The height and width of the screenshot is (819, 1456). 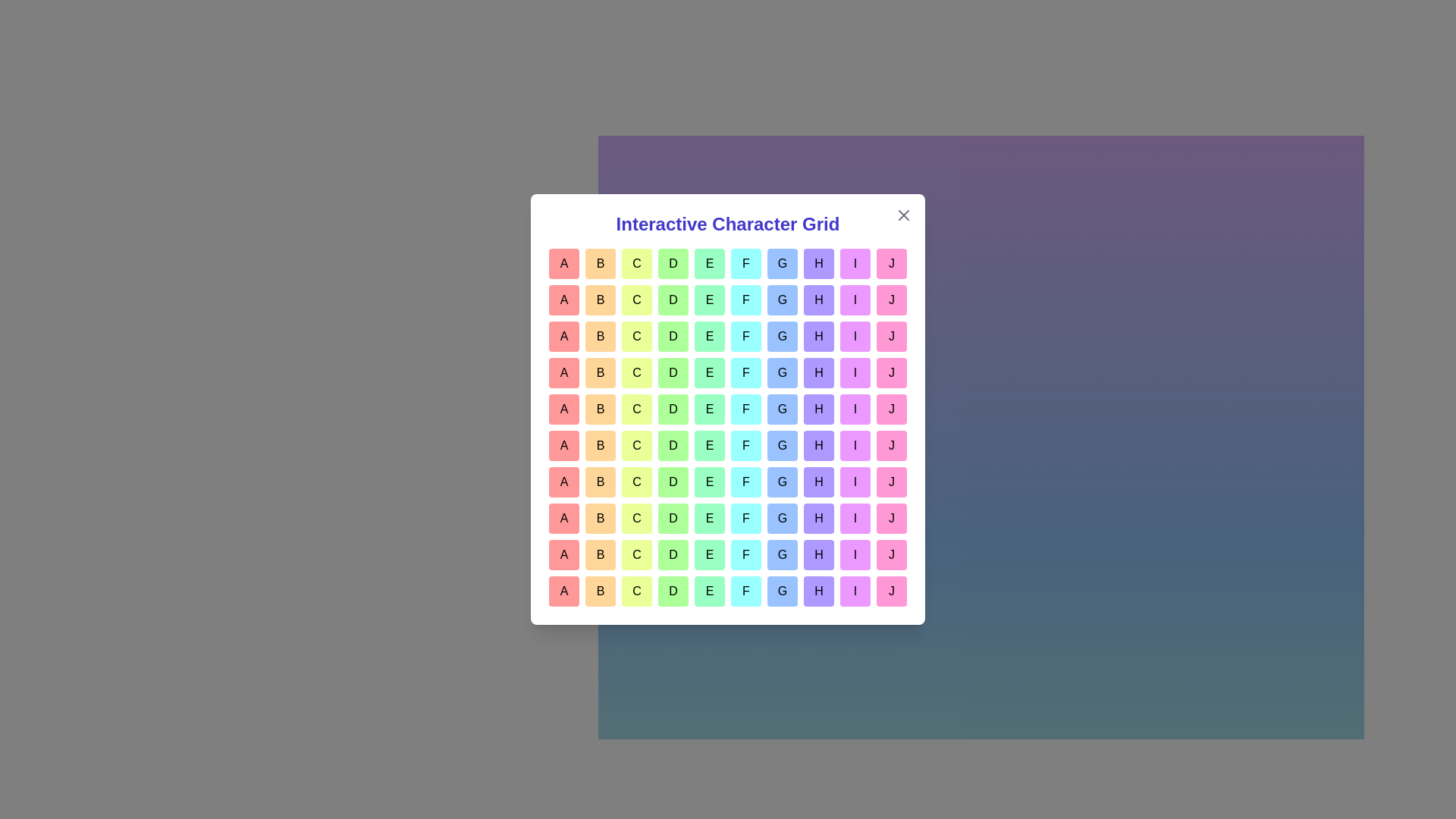 I want to click on the grid cell labeled I, so click(x=855, y=262).